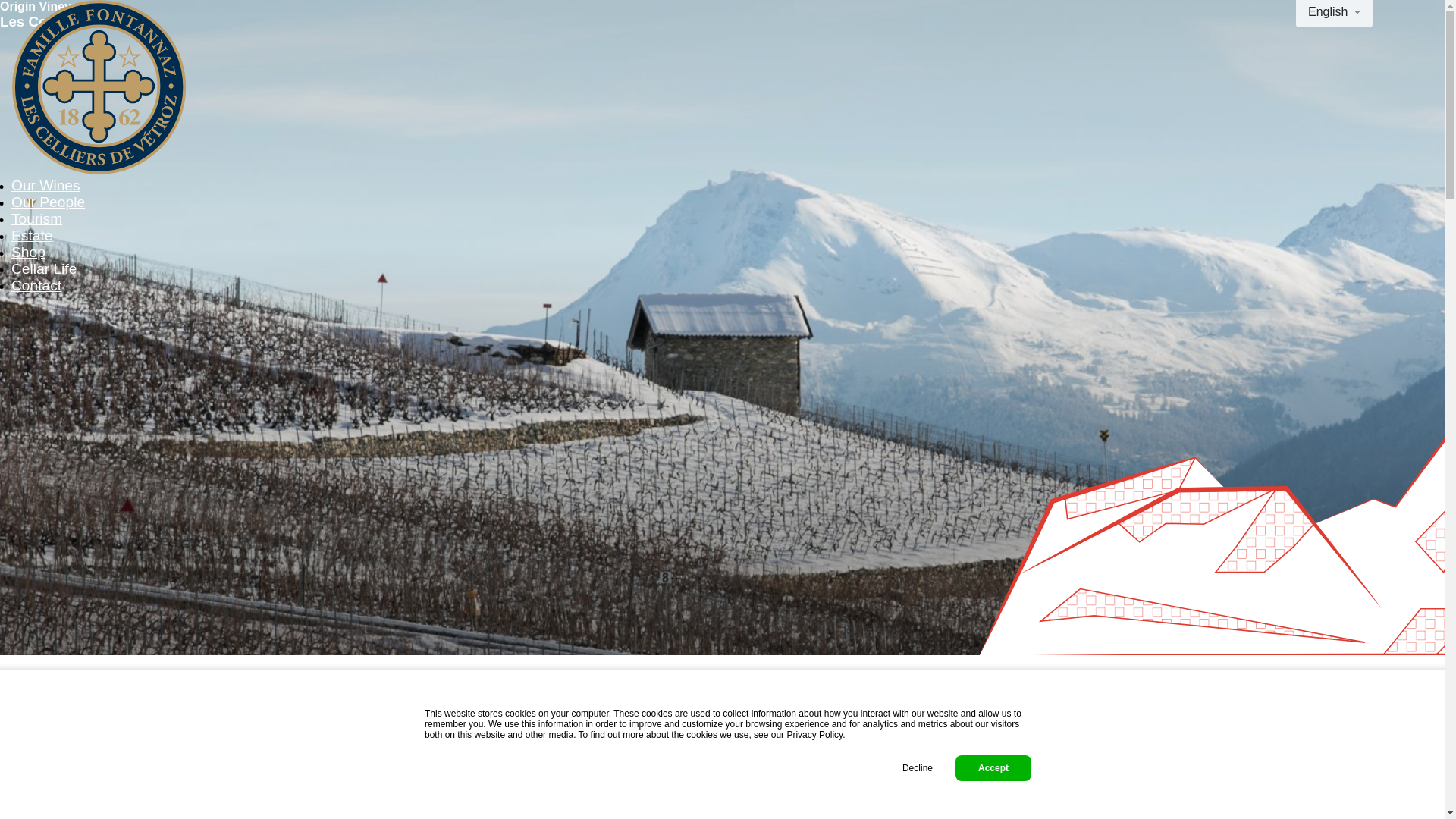  What do you see at coordinates (32, 235) in the screenshot?
I see `'Estate'` at bounding box center [32, 235].